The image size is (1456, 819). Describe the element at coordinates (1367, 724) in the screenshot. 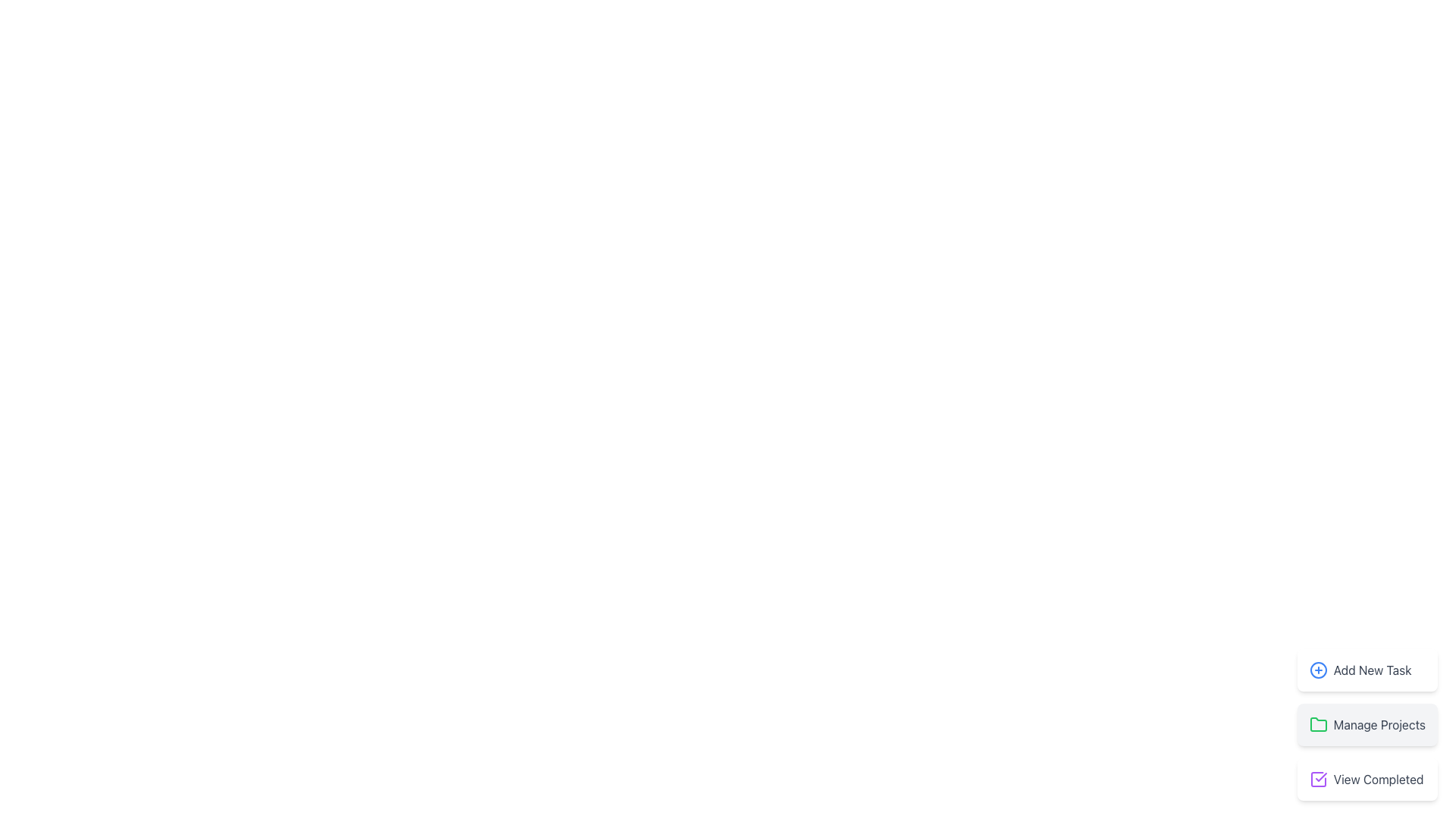

I see `the project management button located in the bottom-right corner of the interface, which is the second button in a vertical stack of three buttons` at that location.